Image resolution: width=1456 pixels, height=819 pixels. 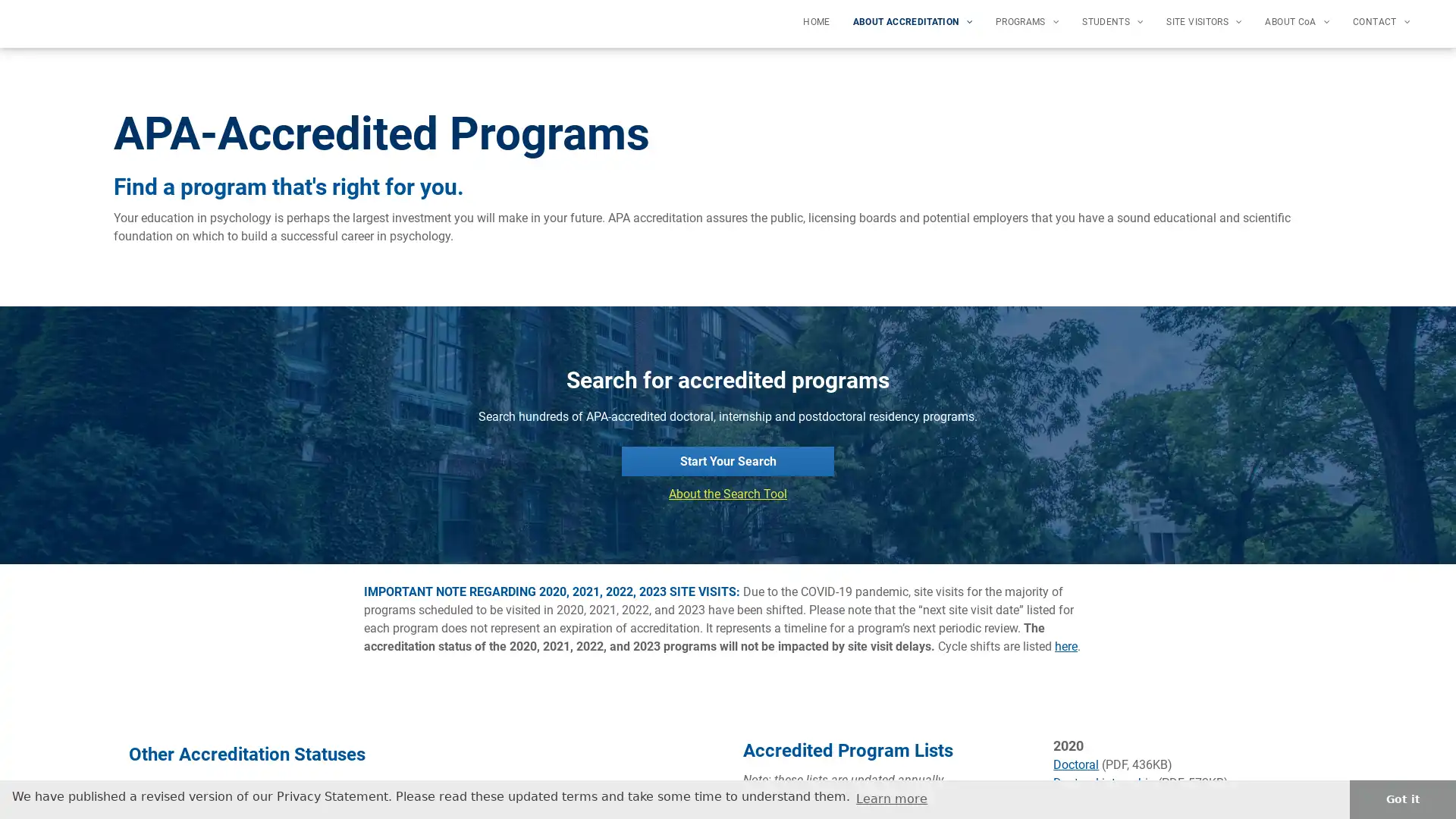 What do you see at coordinates (892, 798) in the screenshot?
I see `learn more about cookies` at bounding box center [892, 798].